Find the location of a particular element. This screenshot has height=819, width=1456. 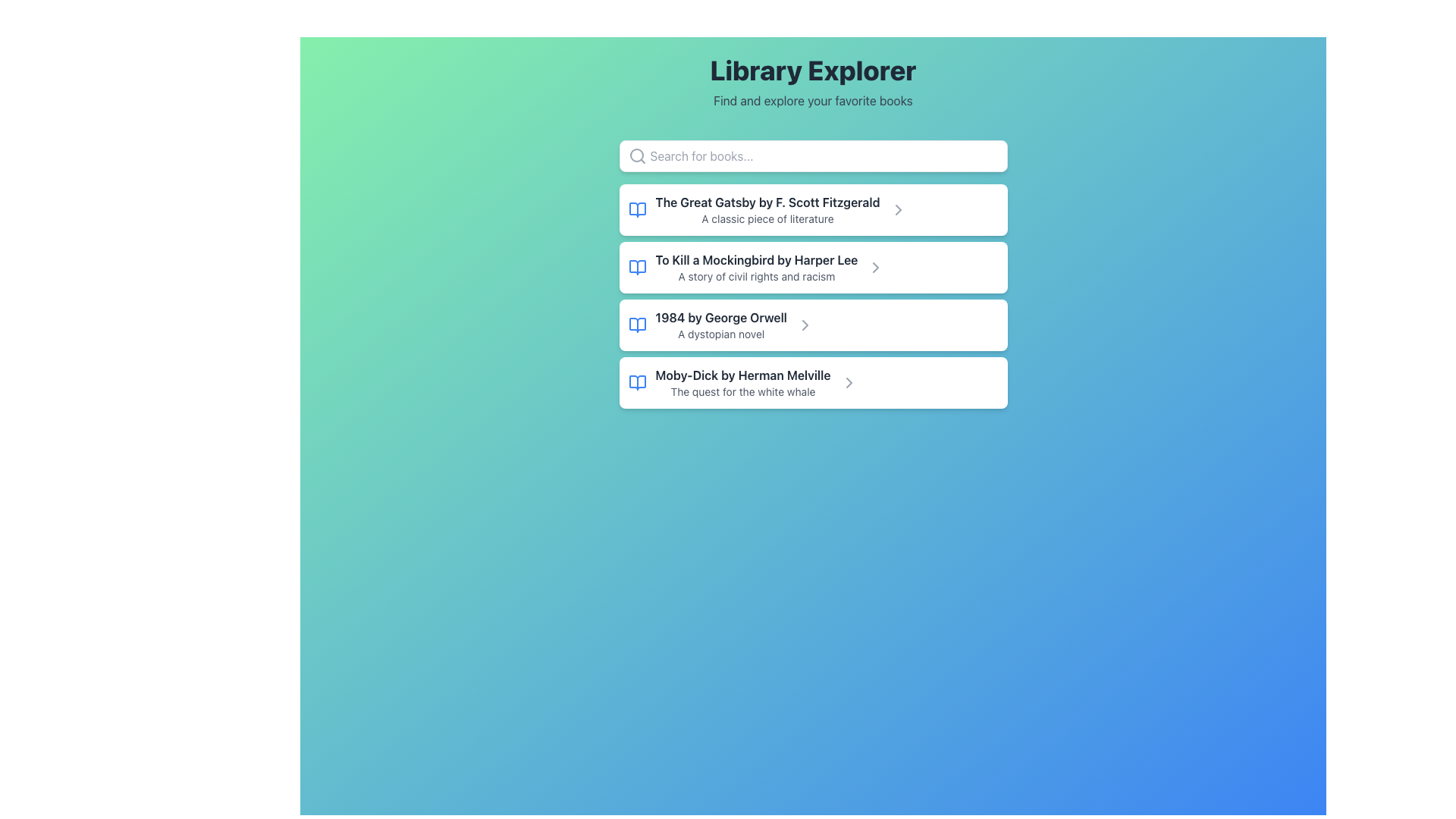

the book icon representing '1984 by George Orwell', which is the leftmost graphical element of the list item is located at coordinates (637, 324).